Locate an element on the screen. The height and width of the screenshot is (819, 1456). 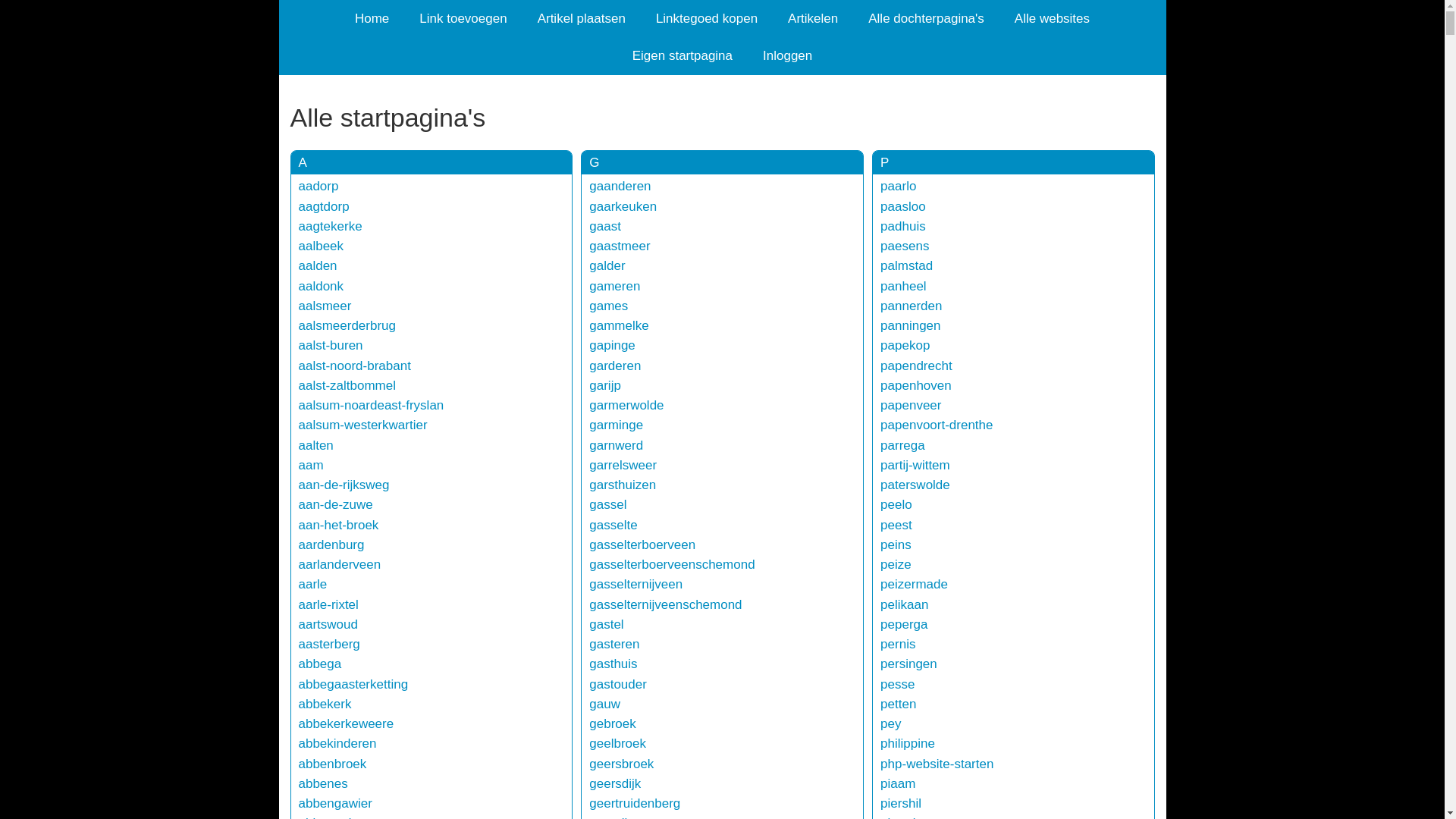
'abbenes' is located at coordinates (322, 783).